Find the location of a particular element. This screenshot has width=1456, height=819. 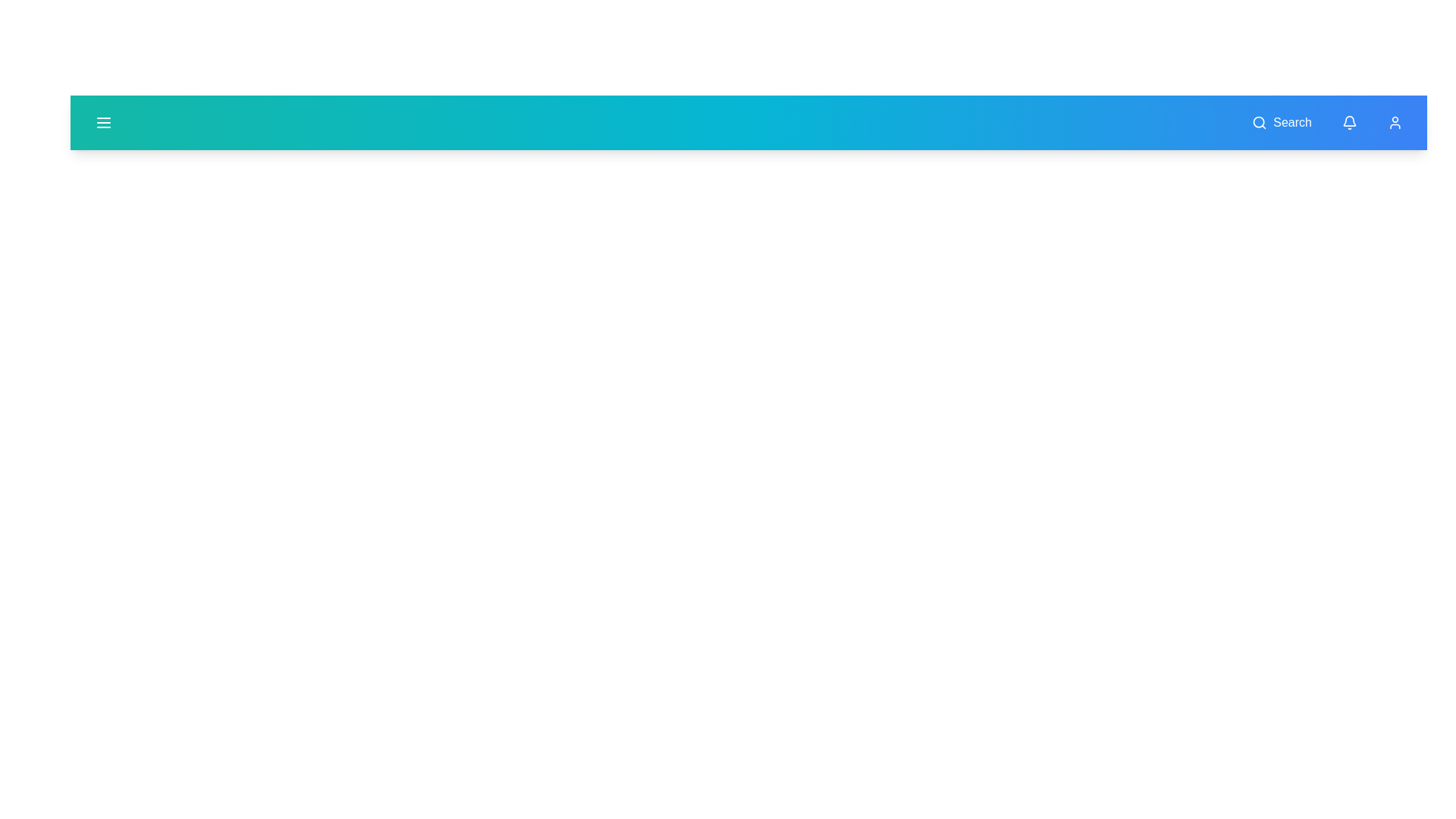

the user icon to open the user profile is located at coordinates (1395, 122).